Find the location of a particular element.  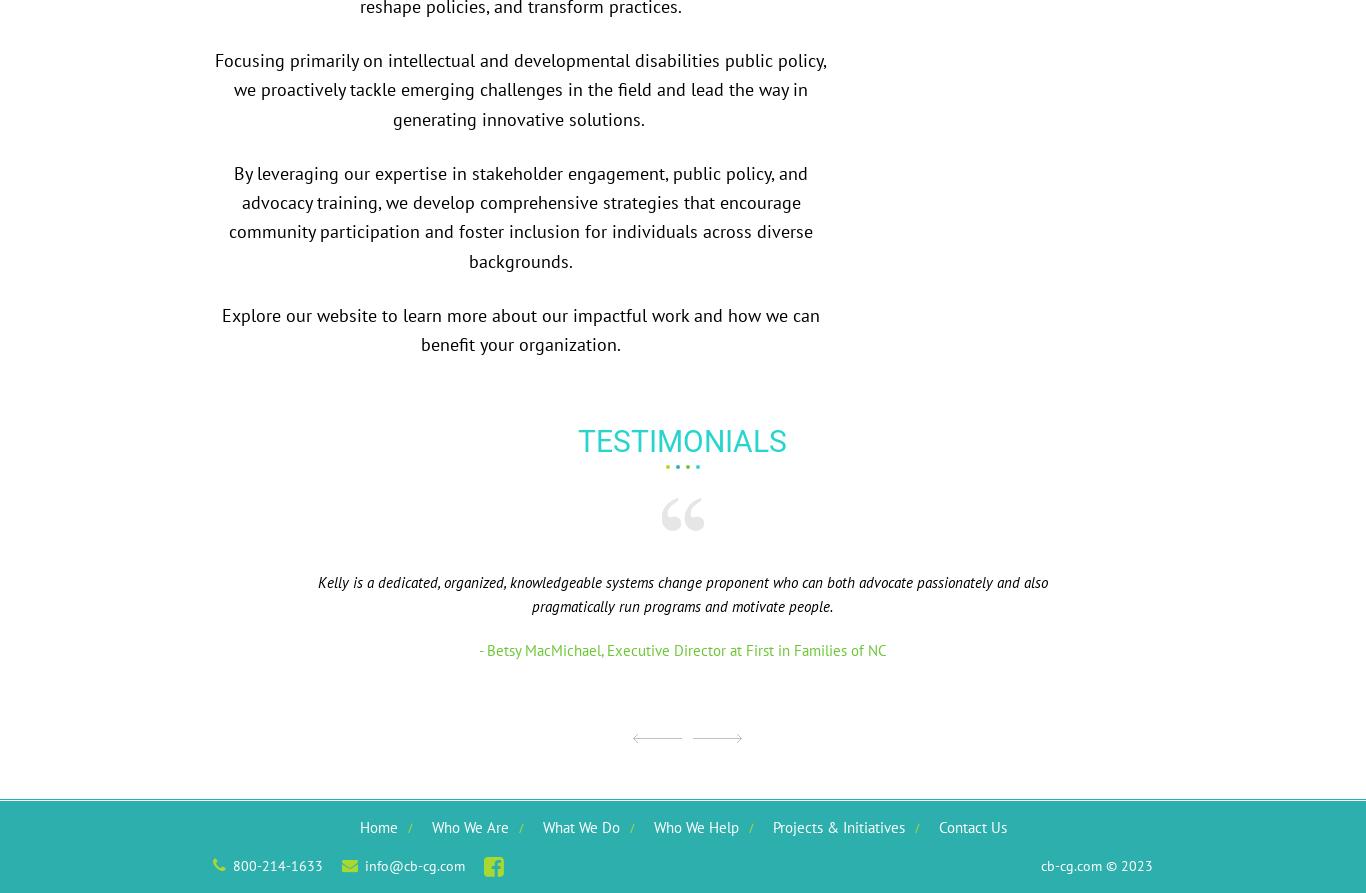

'Home' is located at coordinates (376, 825).